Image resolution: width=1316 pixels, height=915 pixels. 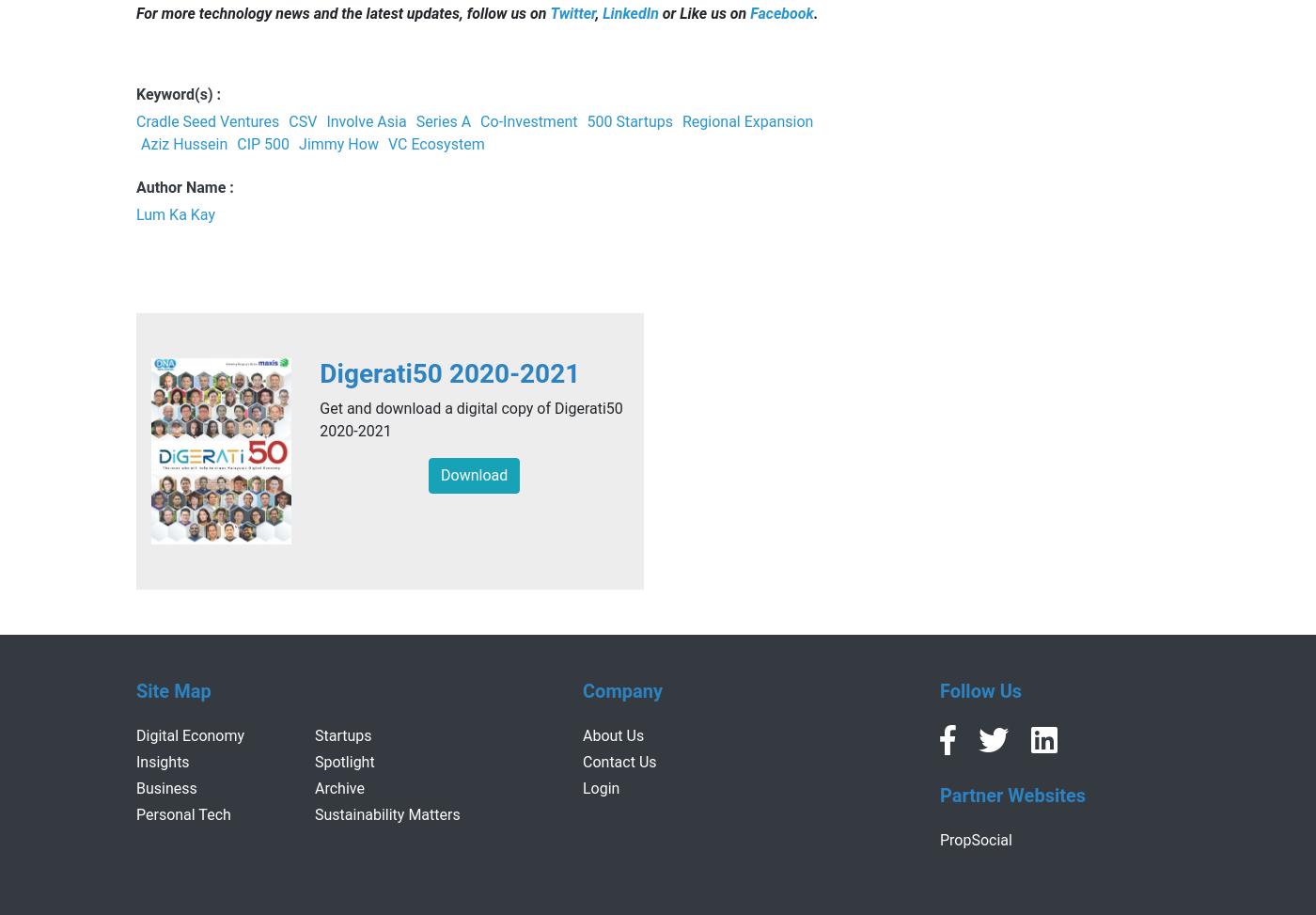 I want to click on 'Digital Economy', so click(x=190, y=734).